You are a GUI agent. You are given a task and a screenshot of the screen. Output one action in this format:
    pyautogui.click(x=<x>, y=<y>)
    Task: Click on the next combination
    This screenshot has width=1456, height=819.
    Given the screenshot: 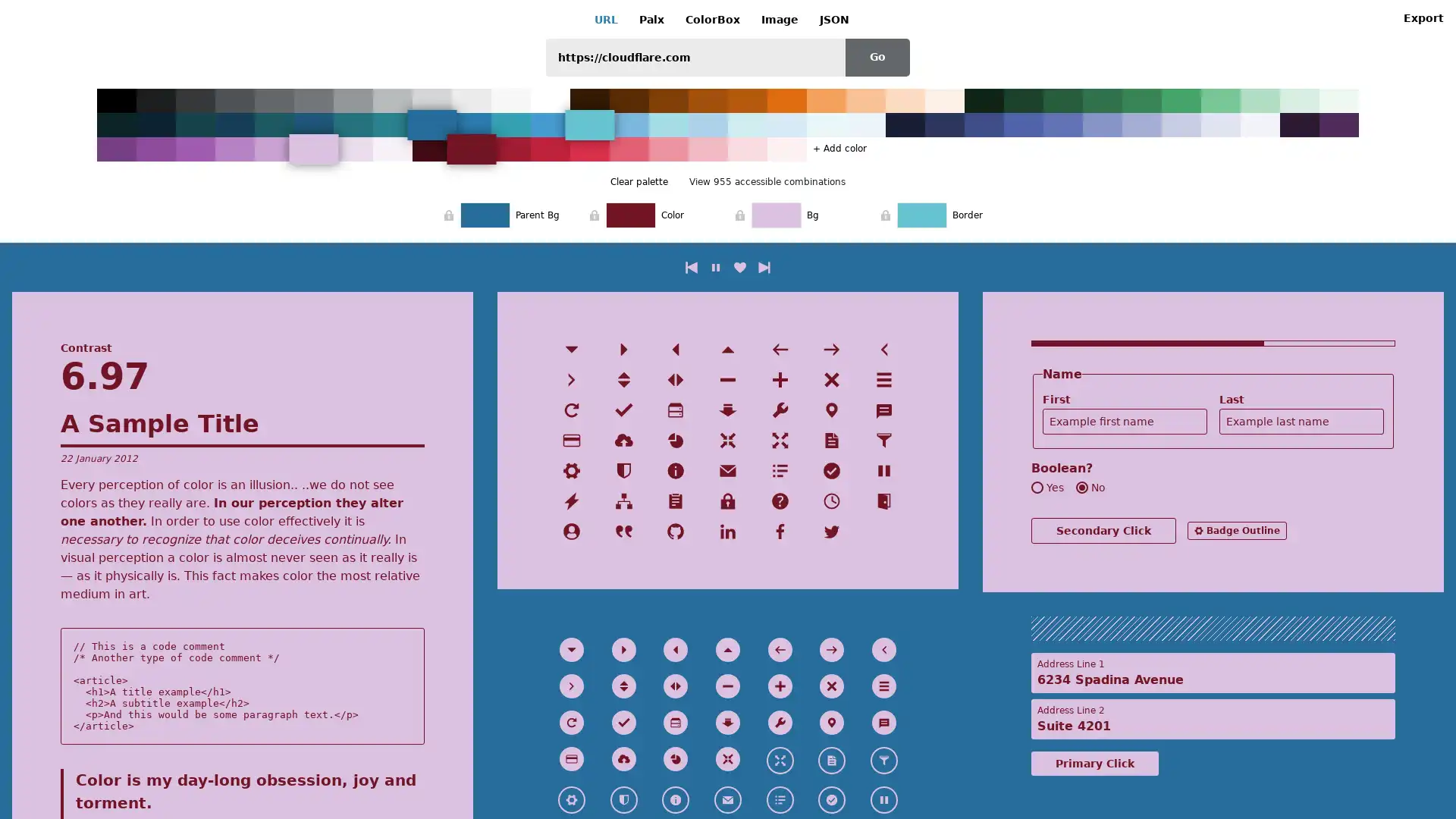 What is the action you would take?
    pyautogui.click(x=764, y=265)
    